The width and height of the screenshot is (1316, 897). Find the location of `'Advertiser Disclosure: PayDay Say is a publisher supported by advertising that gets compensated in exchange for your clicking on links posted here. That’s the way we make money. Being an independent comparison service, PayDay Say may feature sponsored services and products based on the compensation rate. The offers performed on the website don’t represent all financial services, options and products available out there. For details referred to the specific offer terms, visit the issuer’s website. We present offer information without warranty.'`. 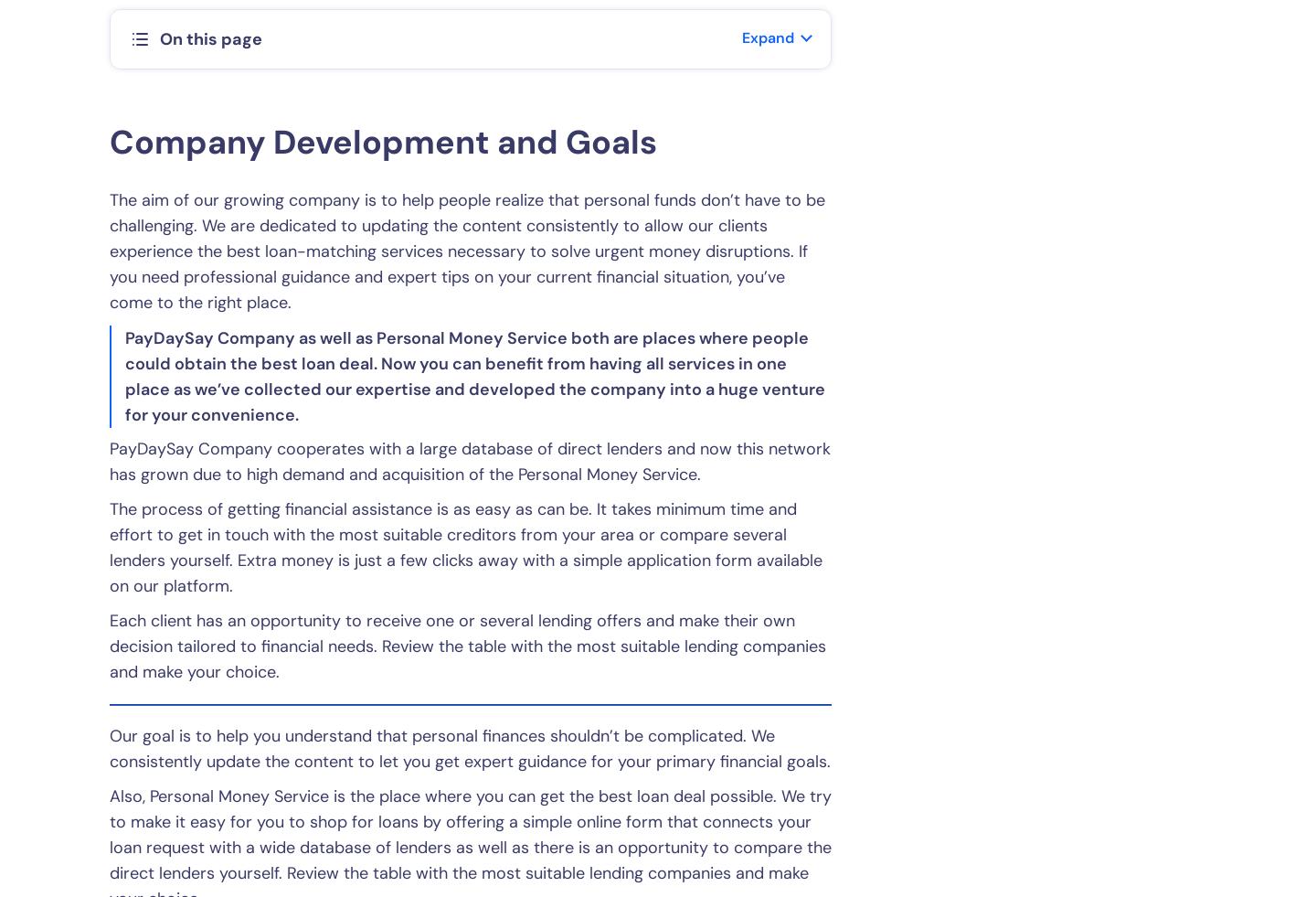

'Advertiser Disclosure: PayDay Say is a publisher supported by advertising that gets compensated in exchange for your clicking on links posted here. That’s the way we make money. Being an independent comparison service, PayDay Say may feature sponsored services and products based on the compensation rate. The offers performed on the website don’t represent all financial services, options and products available out there. For details referred to the specific offer terms, visit the issuer’s website. We present offer information without warranty.' is located at coordinates (649, 836).